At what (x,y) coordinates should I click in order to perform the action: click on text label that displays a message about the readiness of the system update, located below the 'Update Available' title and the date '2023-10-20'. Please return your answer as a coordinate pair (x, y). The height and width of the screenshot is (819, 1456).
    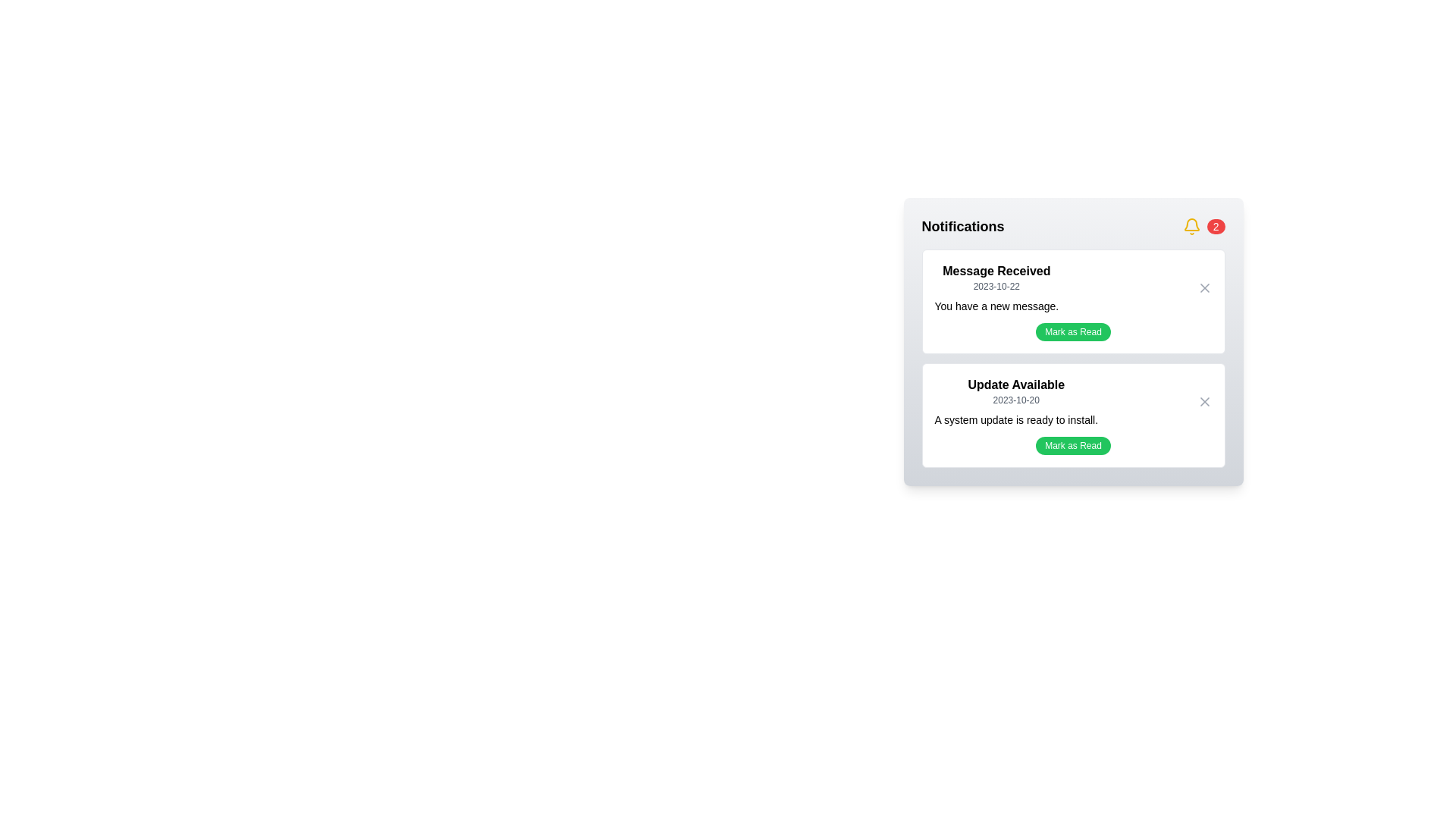
    Looking at the image, I should click on (1016, 420).